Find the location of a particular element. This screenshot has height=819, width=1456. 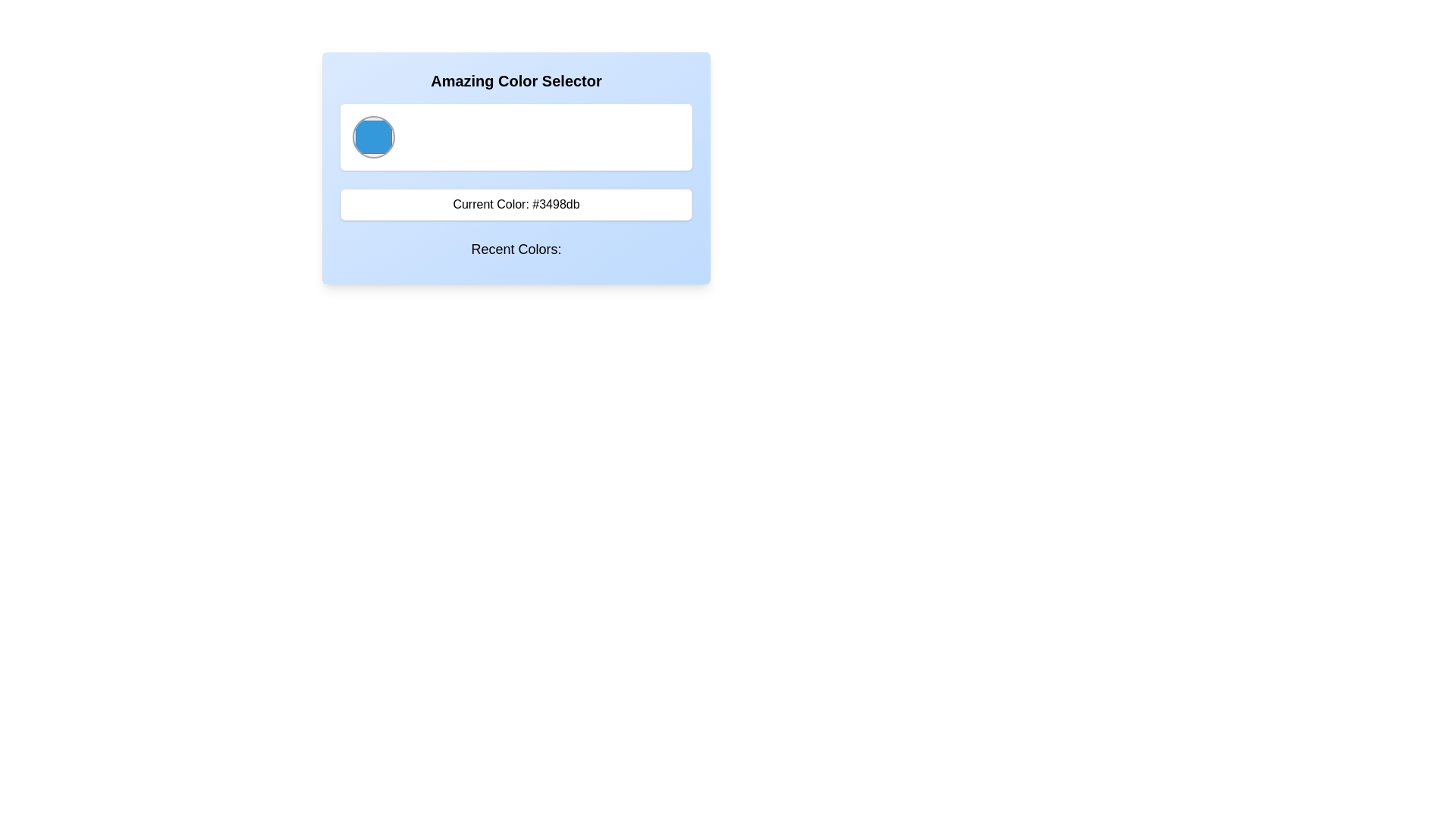

the text label that displays 'Recent Colors:' styled in bold, medium-sized font against a light blue background, located directly below the 'Current Color:' box is located at coordinates (516, 248).